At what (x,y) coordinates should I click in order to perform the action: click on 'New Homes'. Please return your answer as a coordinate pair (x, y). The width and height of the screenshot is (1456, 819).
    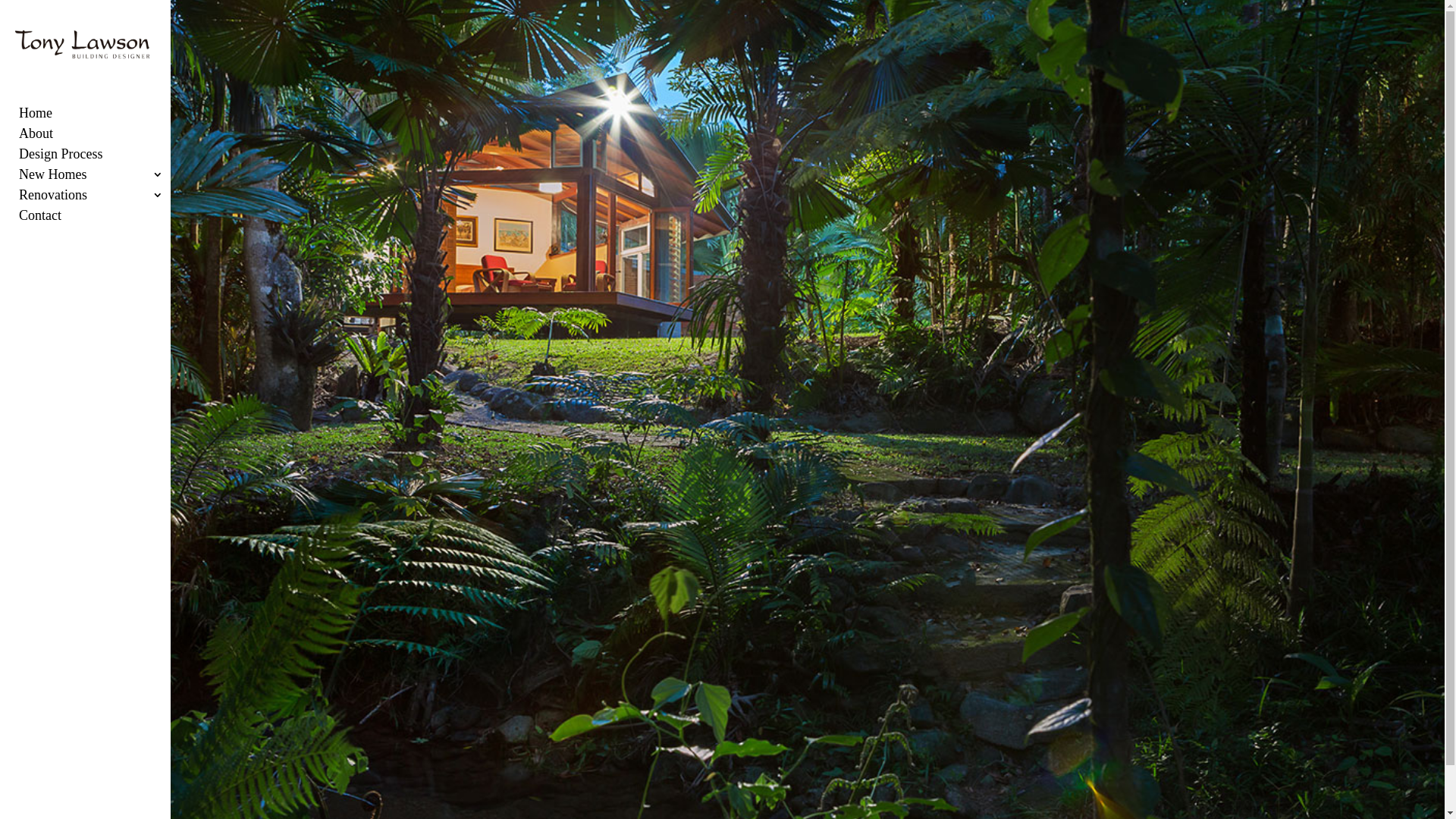
    Looking at the image, I should click on (101, 178).